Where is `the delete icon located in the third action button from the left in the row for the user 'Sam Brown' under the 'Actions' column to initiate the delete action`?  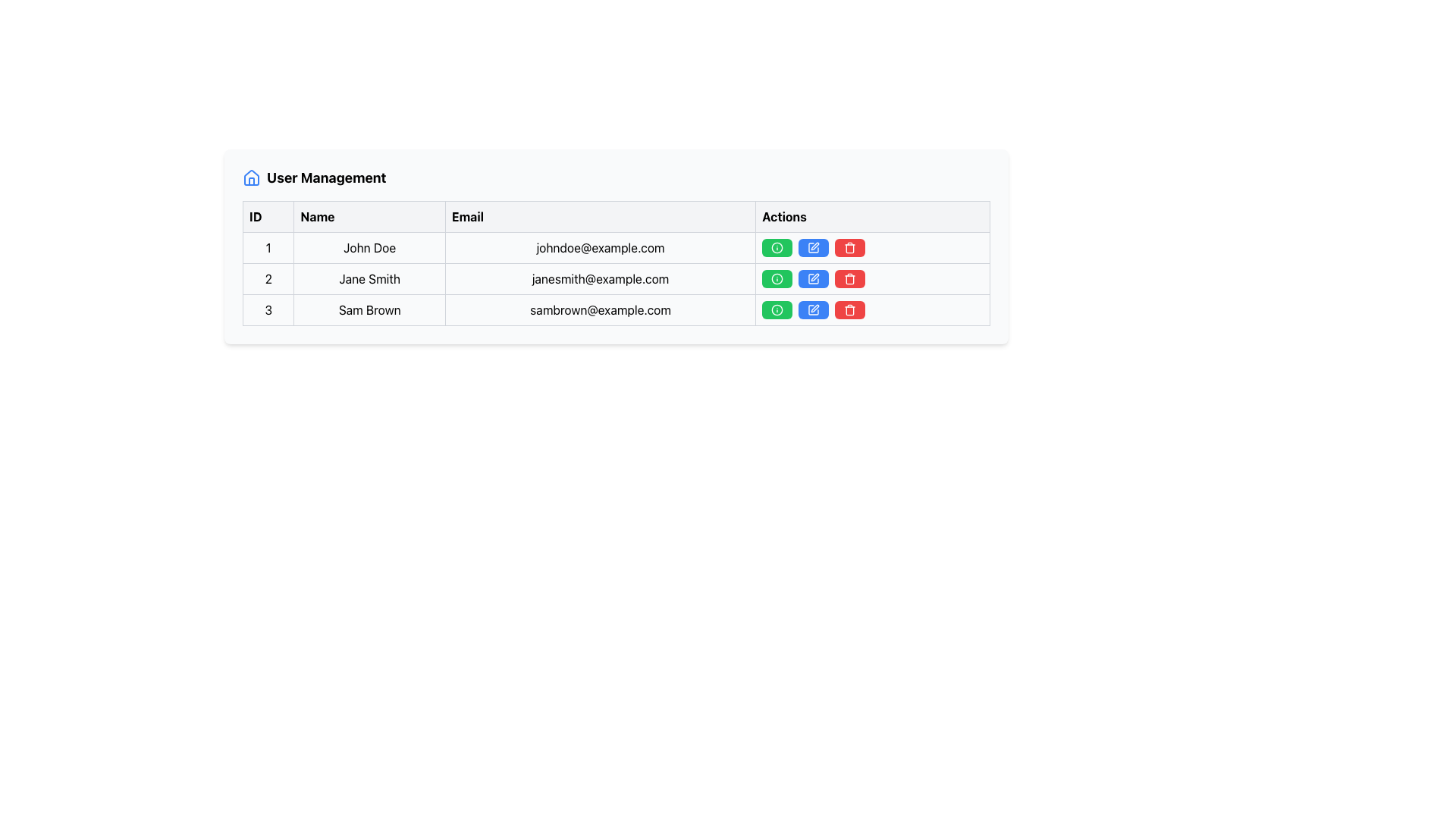
the delete icon located in the third action button from the left in the row for the user 'Sam Brown' under the 'Actions' column to initiate the delete action is located at coordinates (850, 247).